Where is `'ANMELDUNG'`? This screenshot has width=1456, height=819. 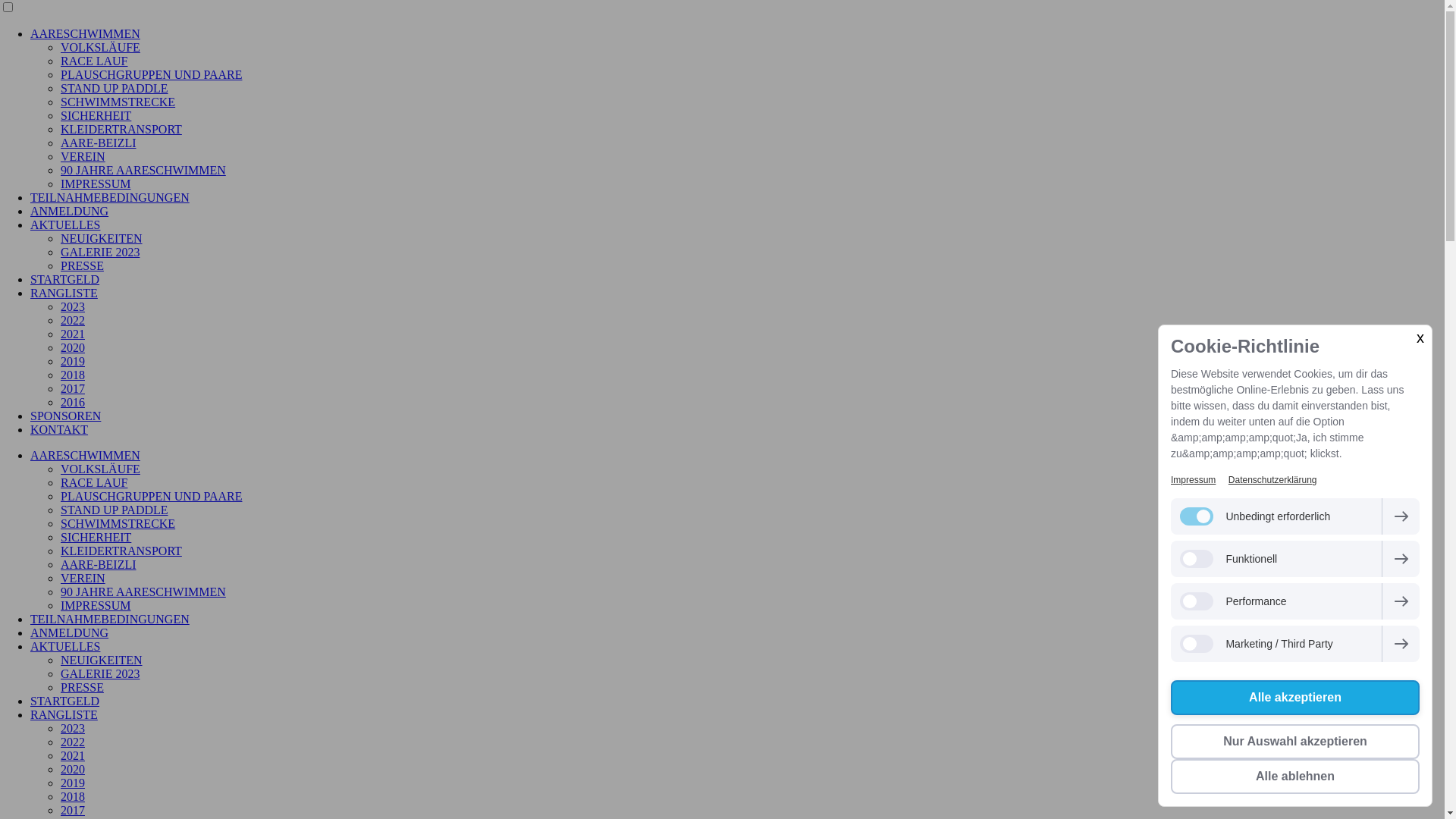 'ANMELDUNG' is located at coordinates (68, 632).